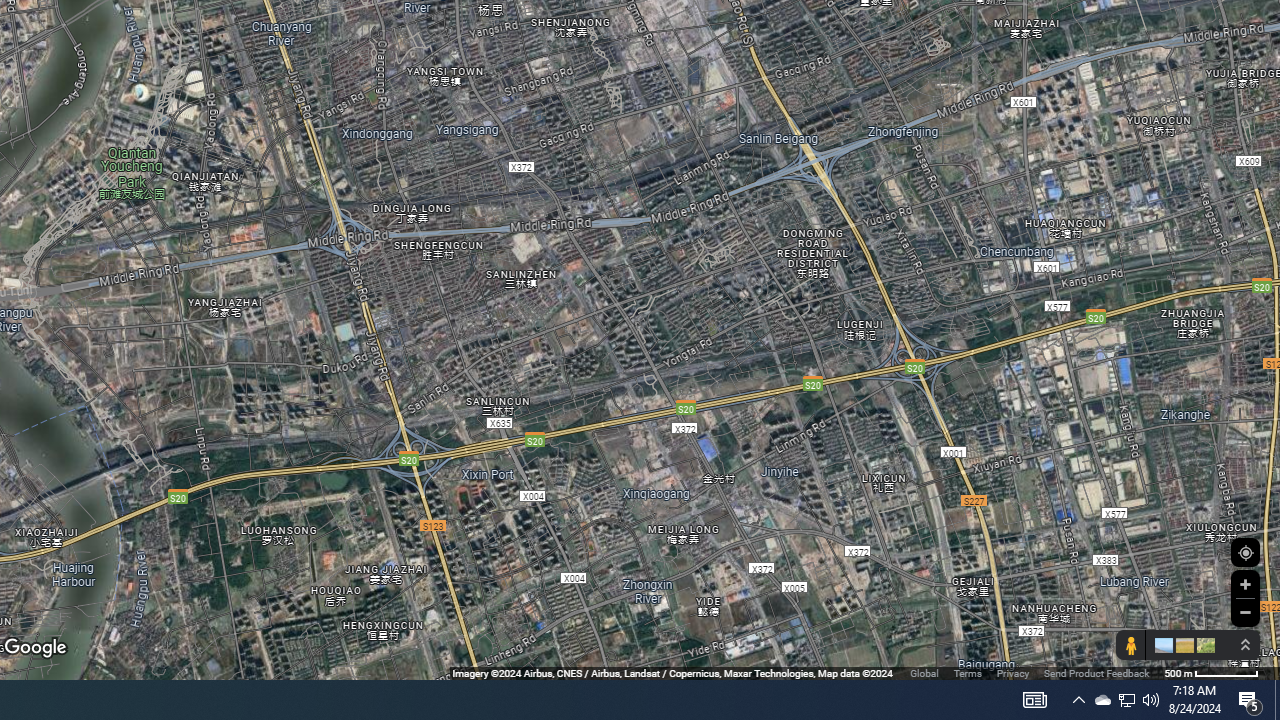  Describe the element at coordinates (1244, 552) in the screenshot. I see `'Show Your Location'` at that location.